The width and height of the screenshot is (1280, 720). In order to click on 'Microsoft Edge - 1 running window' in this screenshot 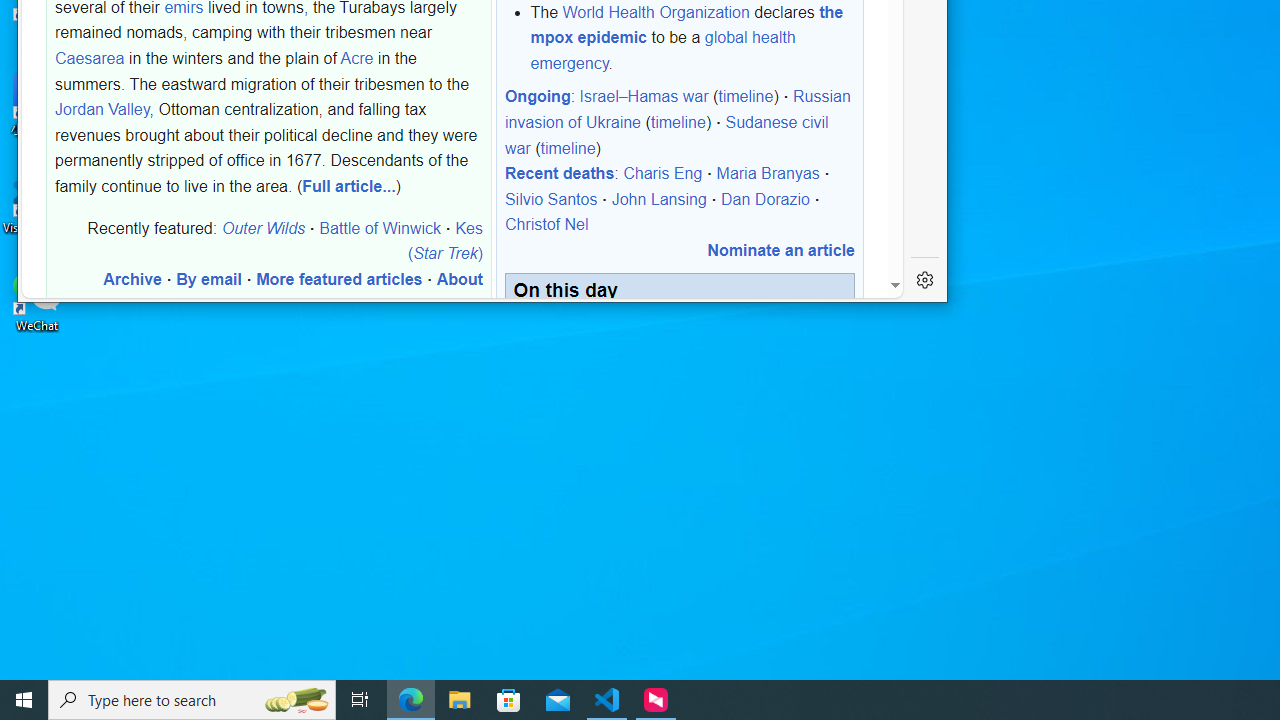, I will do `click(410, 698)`.